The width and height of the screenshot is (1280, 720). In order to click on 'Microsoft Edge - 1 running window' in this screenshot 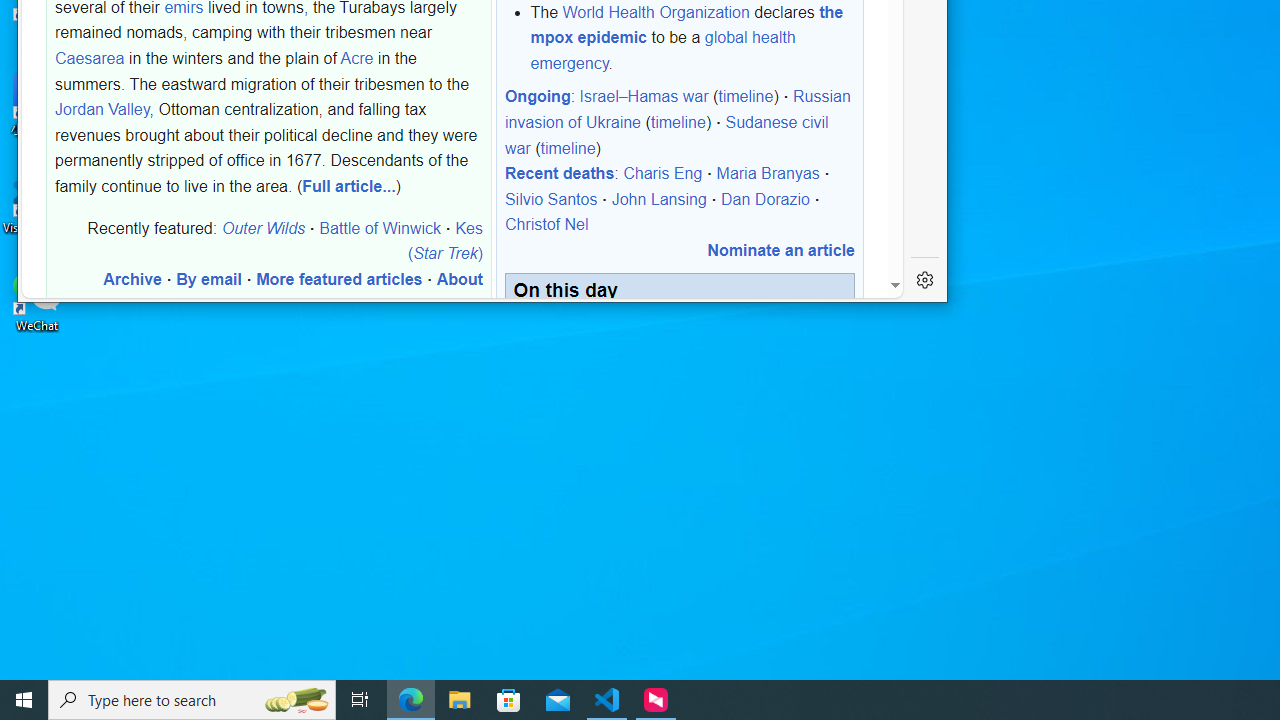, I will do `click(410, 698)`.